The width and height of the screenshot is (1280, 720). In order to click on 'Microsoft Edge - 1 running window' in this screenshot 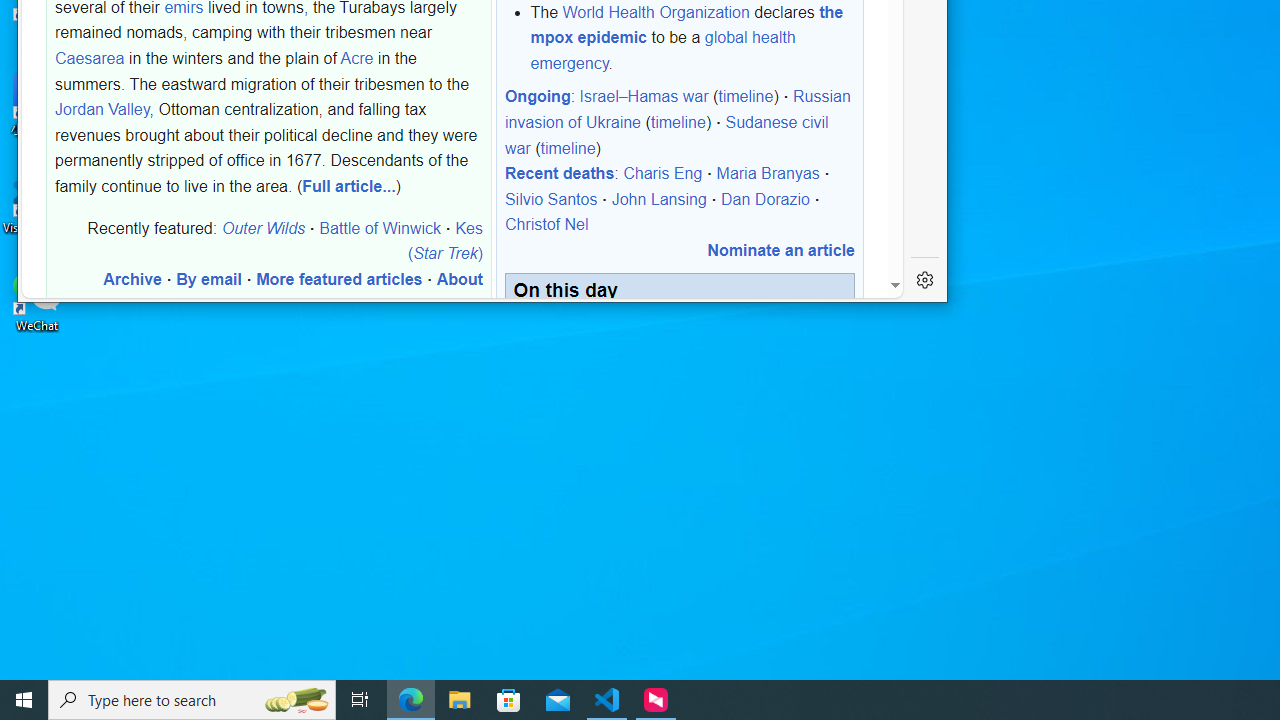, I will do `click(410, 698)`.